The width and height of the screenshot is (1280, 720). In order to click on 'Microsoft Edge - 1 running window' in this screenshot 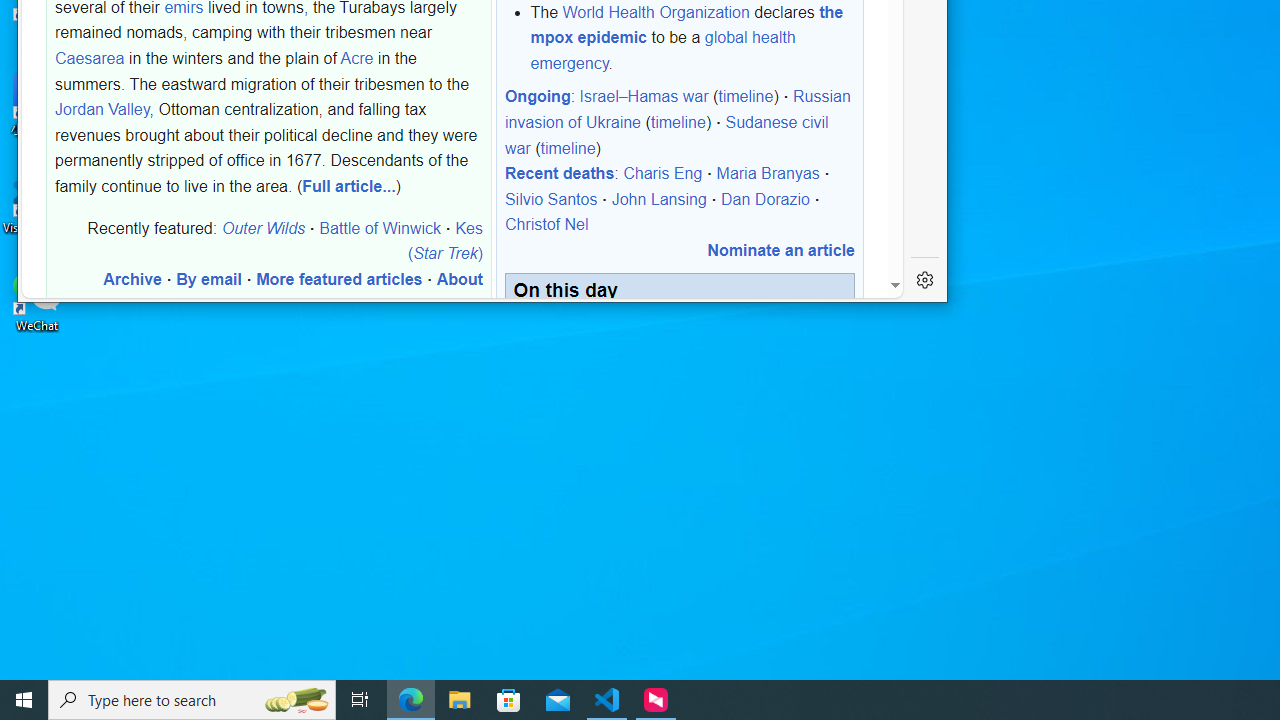, I will do `click(410, 698)`.